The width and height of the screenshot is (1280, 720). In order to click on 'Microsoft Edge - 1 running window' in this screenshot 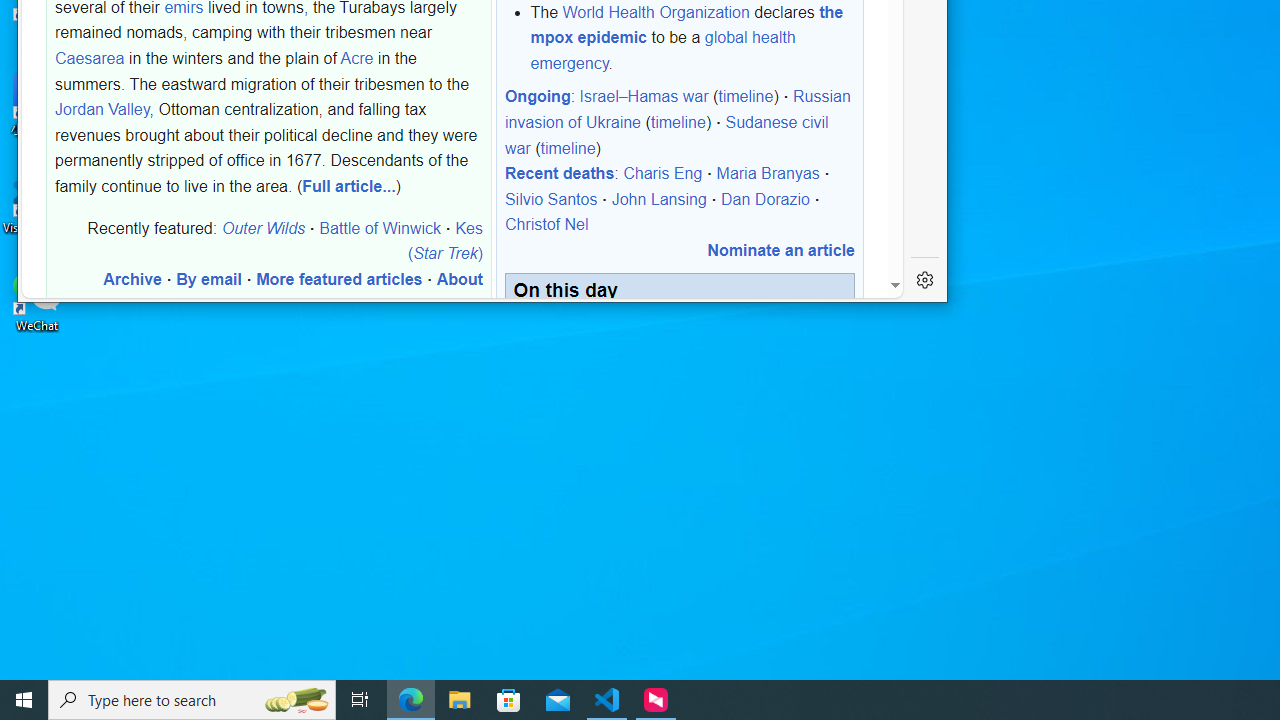, I will do `click(410, 698)`.